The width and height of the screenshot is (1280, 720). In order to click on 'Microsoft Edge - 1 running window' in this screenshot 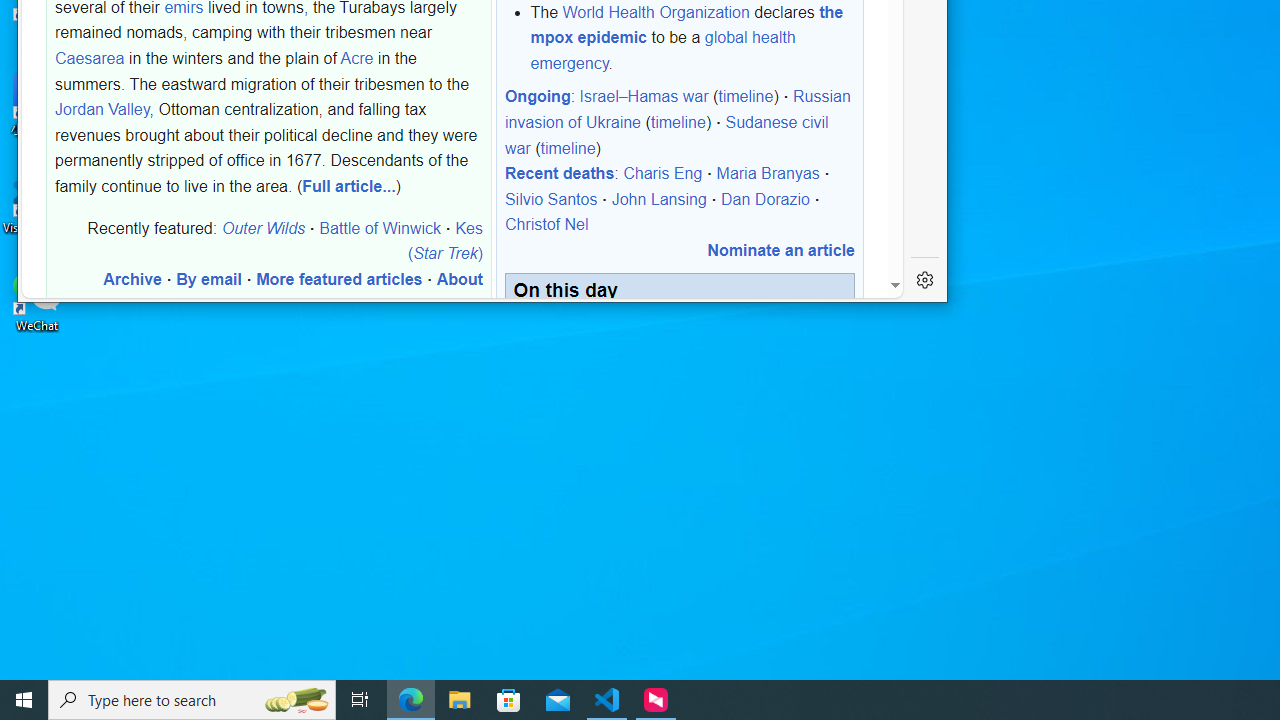, I will do `click(410, 698)`.